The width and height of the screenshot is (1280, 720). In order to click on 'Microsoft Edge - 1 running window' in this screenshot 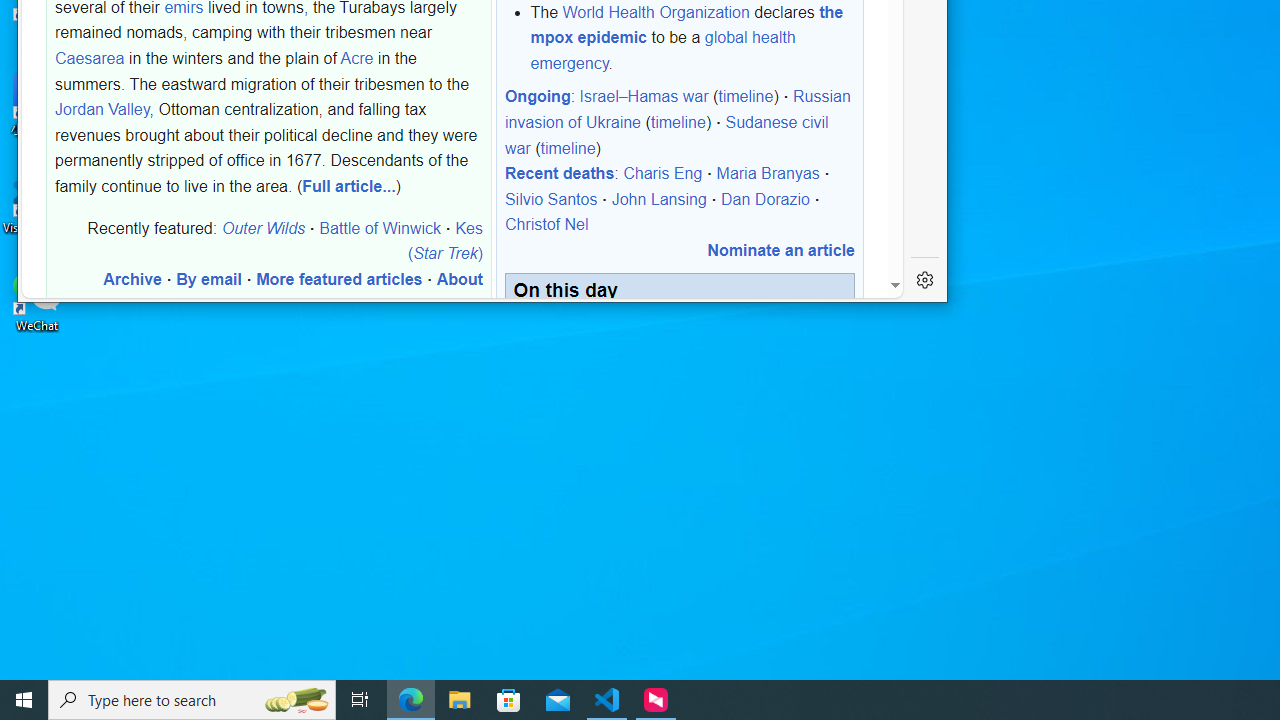, I will do `click(410, 698)`.